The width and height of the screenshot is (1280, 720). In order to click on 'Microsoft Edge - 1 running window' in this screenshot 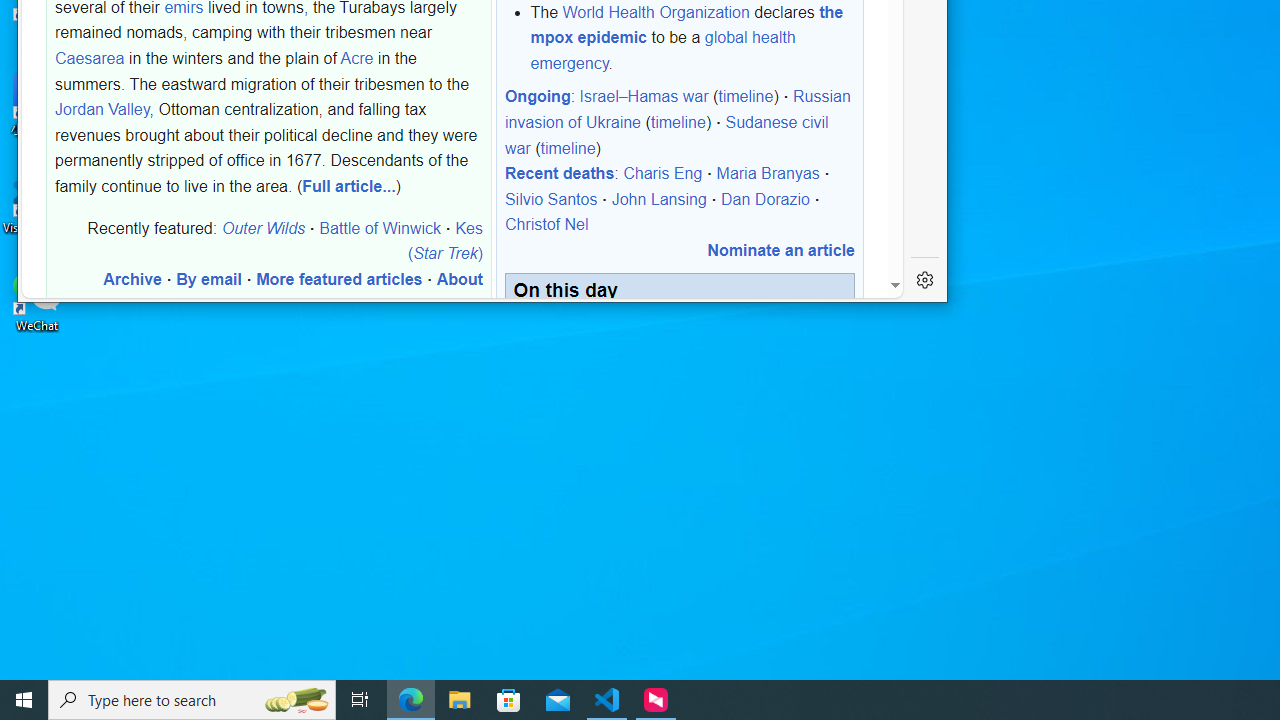, I will do `click(410, 698)`.